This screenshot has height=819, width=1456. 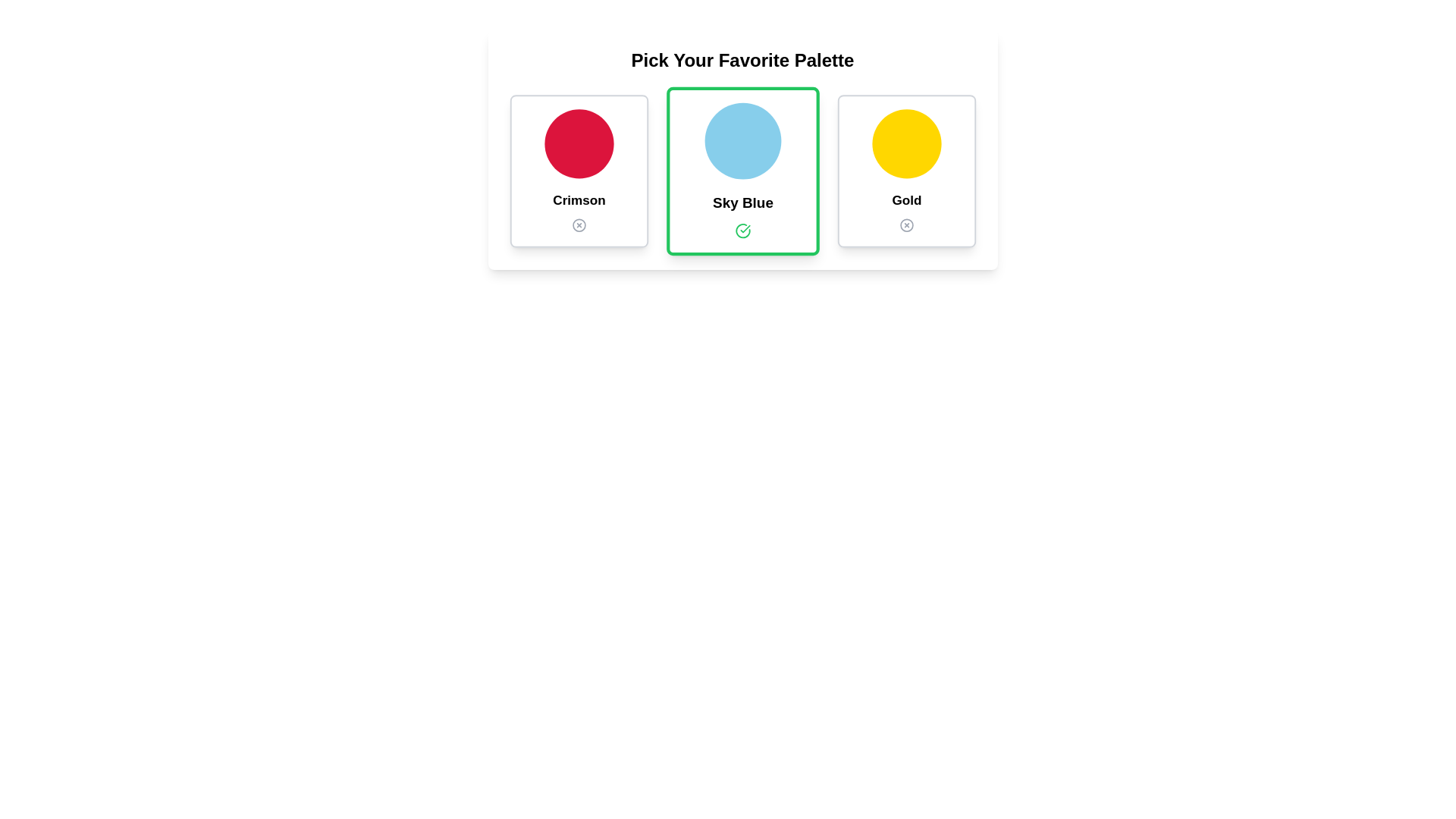 I want to click on the palette Crimson, so click(x=578, y=171).